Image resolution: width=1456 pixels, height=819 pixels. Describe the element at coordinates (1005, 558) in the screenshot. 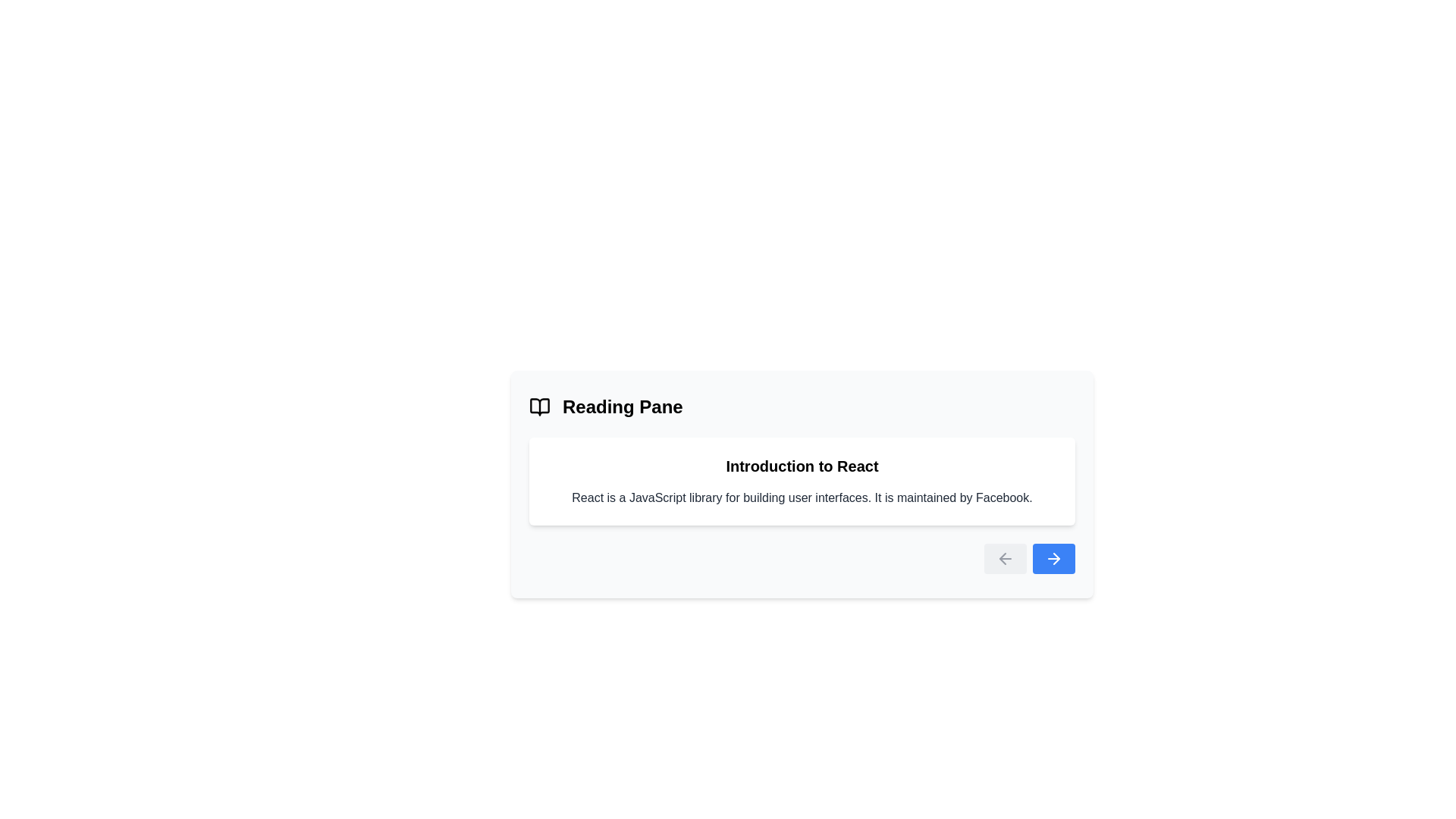

I see `the first button in the bottom-right section of the interface` at that location.